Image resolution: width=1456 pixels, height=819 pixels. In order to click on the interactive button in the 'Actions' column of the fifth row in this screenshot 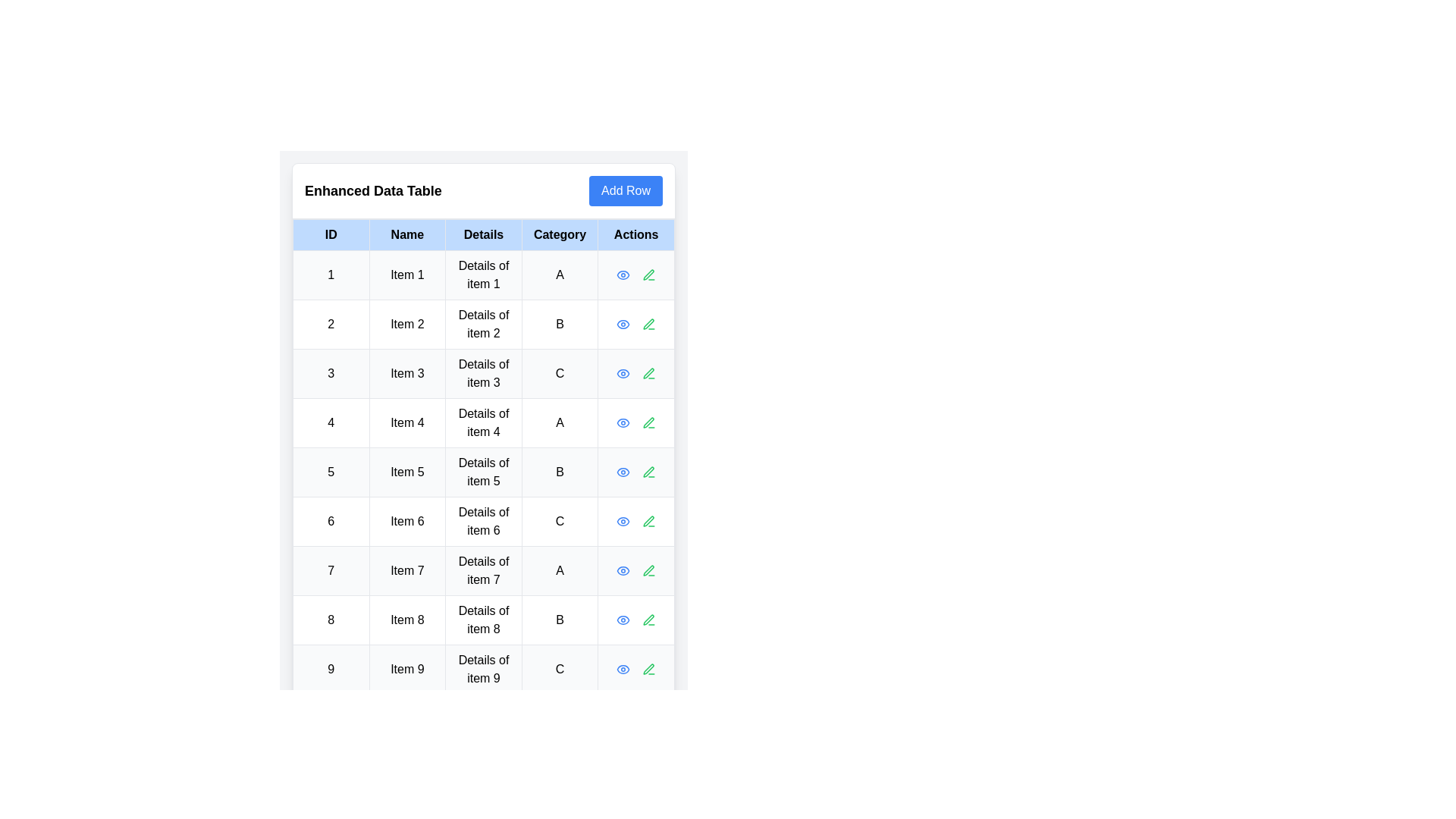, I will do `click(649, 472)`.